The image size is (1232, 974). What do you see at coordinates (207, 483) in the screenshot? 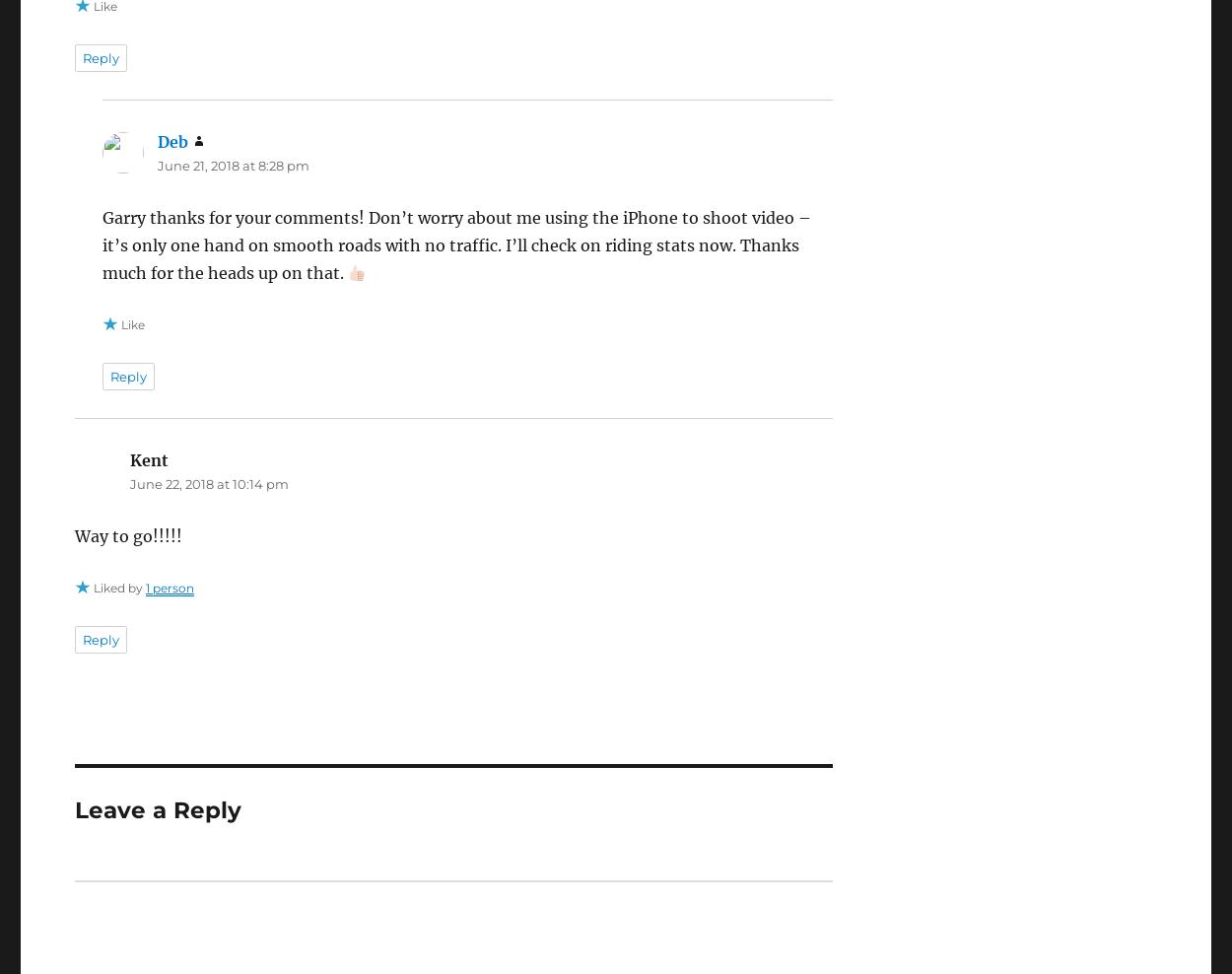
I see `'June 22, 2018 at 10:14 pm'` at bounding box center [207, 483].